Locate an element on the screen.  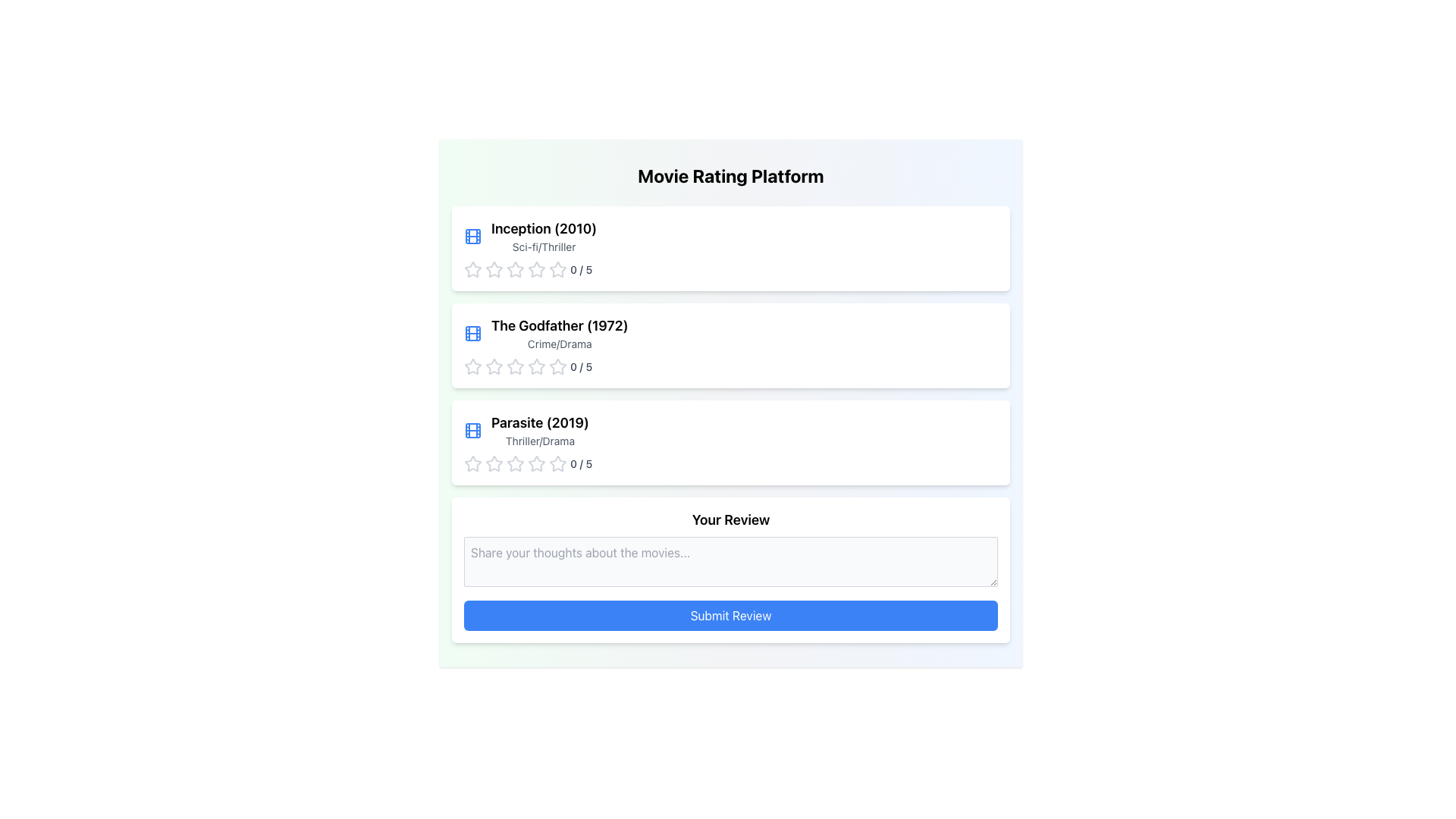
the first star rating icon for the movie 'Parasite (2019)' is located at coordinates (537, 463).